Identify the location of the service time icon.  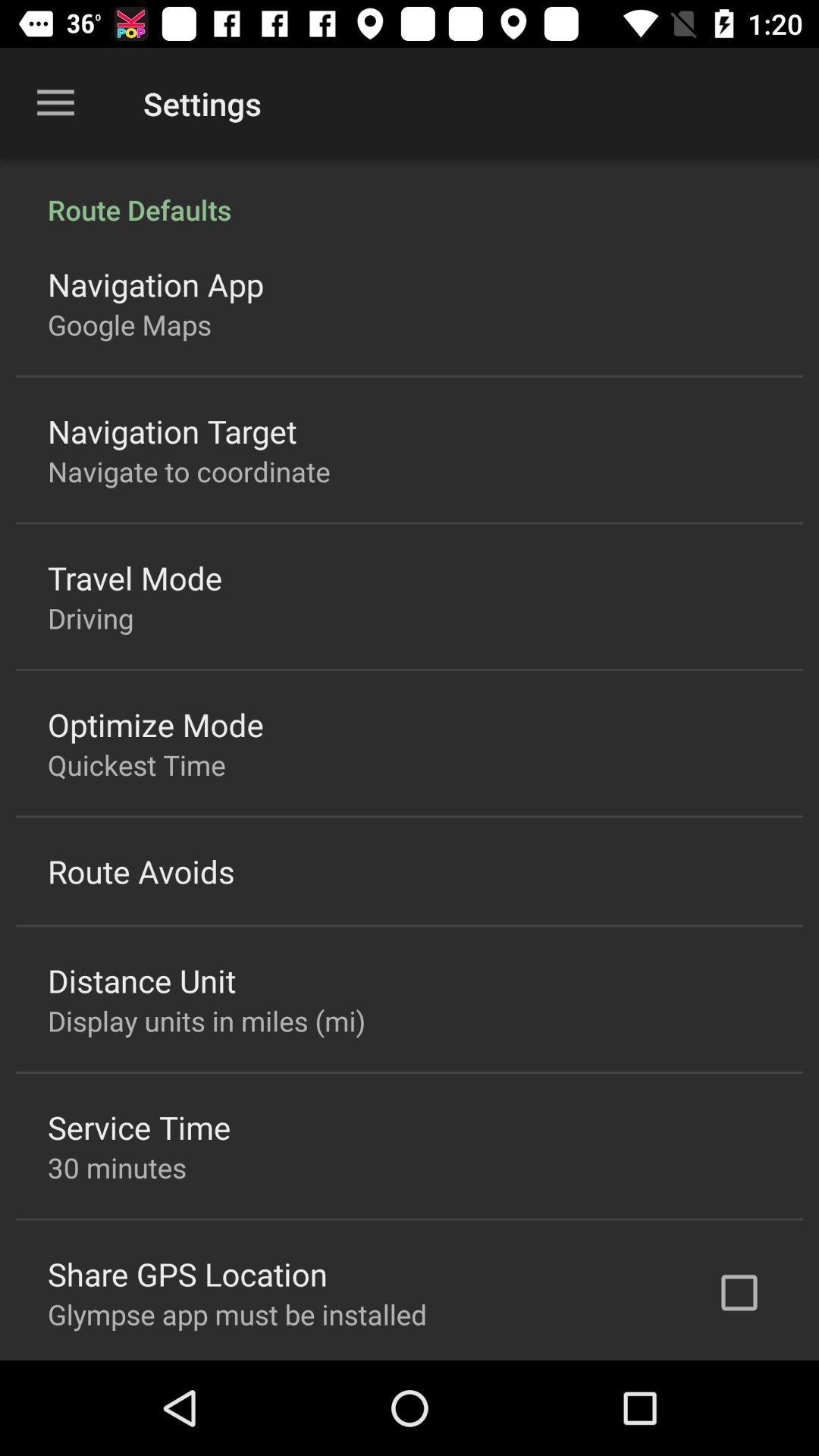
(139, 1127).